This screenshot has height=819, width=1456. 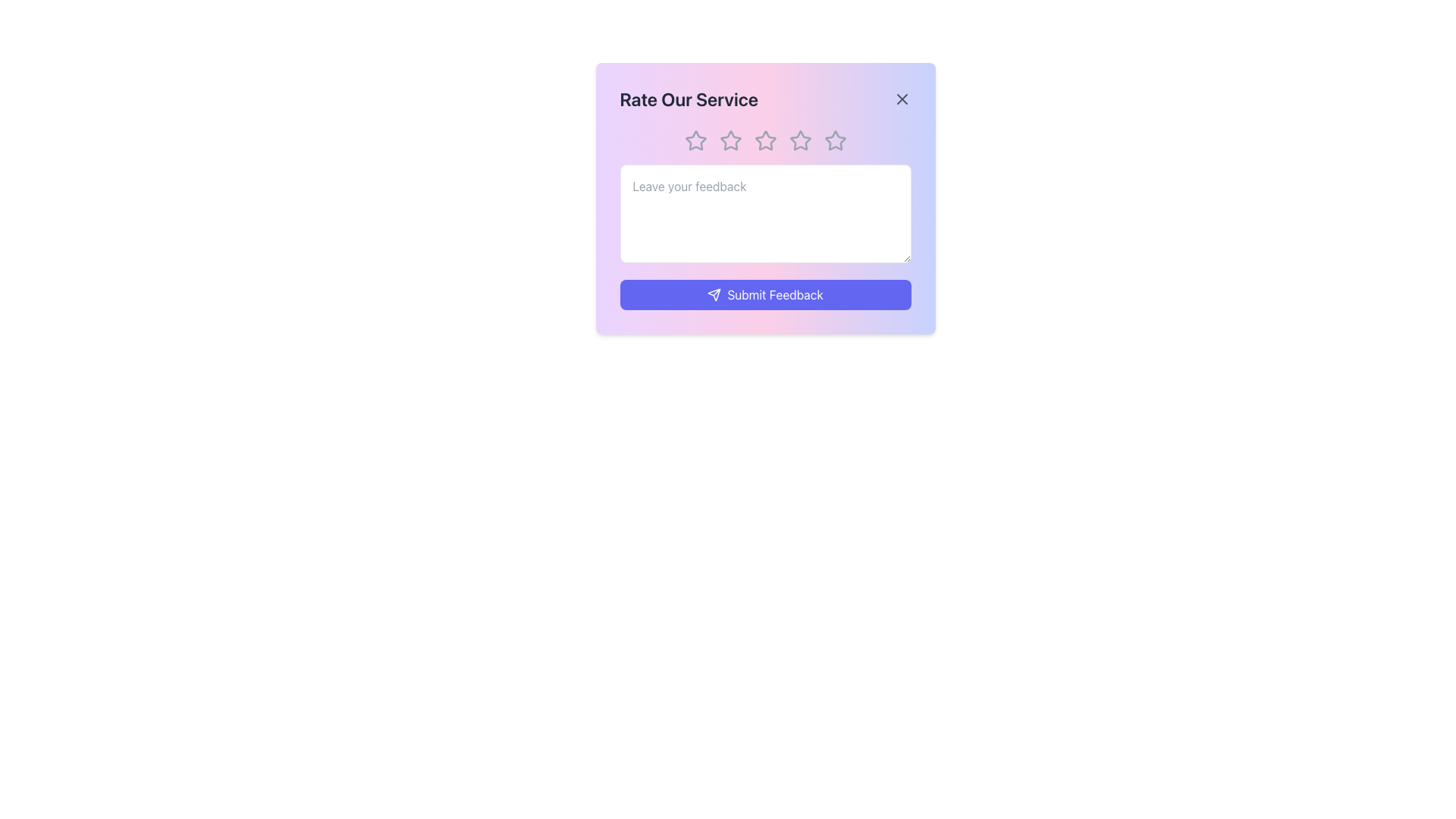 I want to click on the third star, so click(x=765, y=140).